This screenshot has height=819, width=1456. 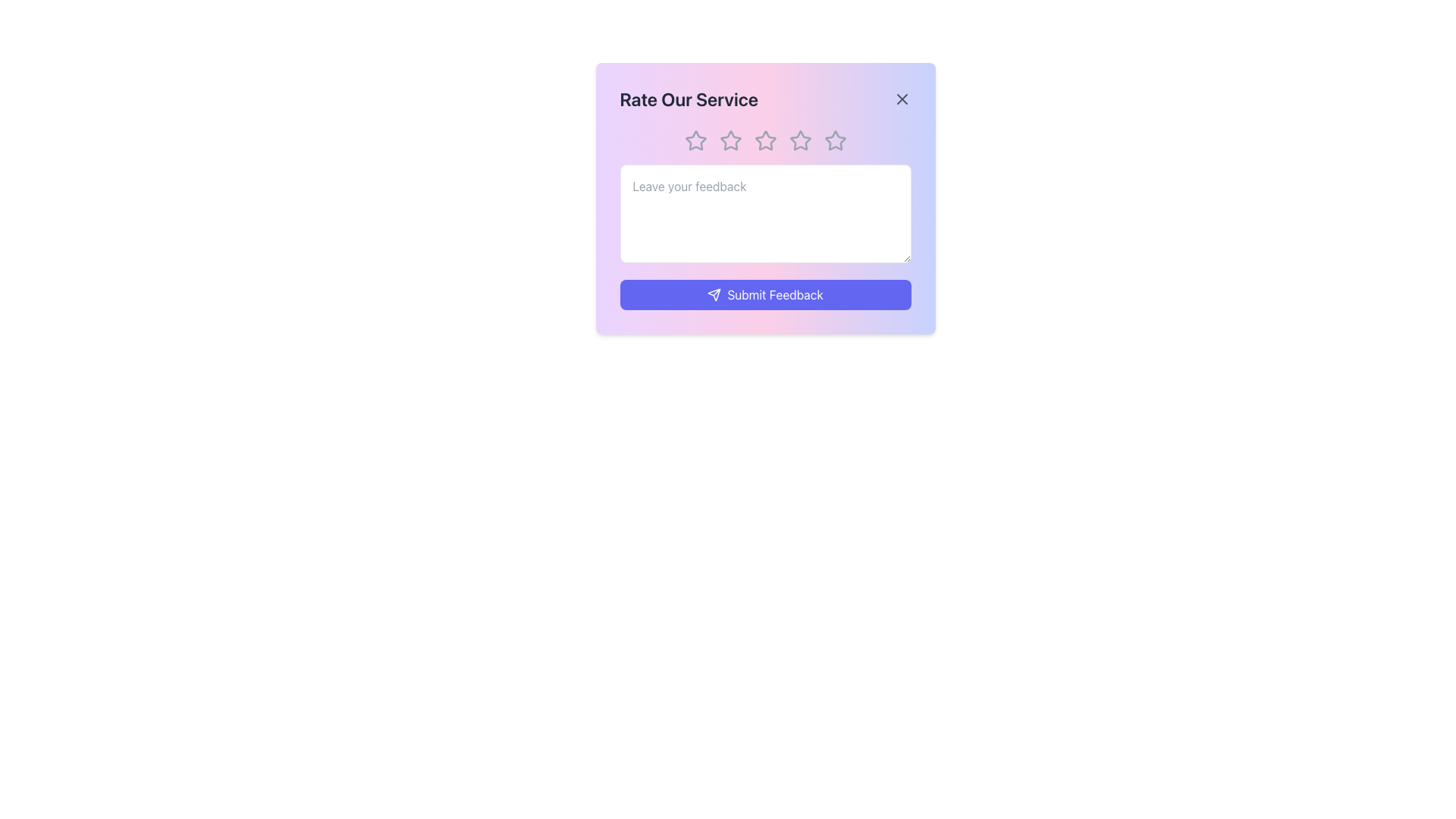 I want to click on the third star, so click(x=765, y=140).